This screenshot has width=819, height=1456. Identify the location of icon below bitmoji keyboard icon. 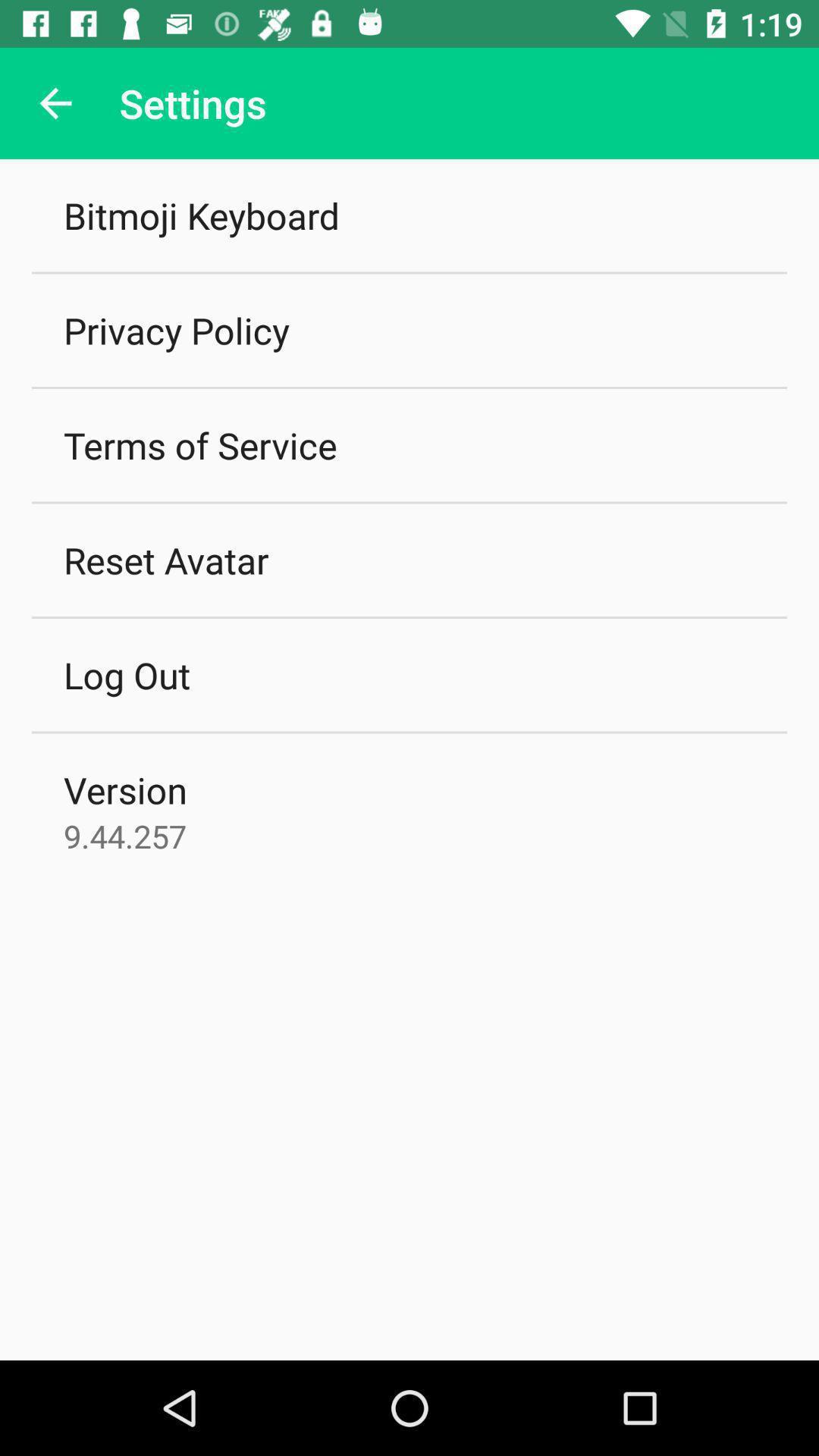
(175, 329).